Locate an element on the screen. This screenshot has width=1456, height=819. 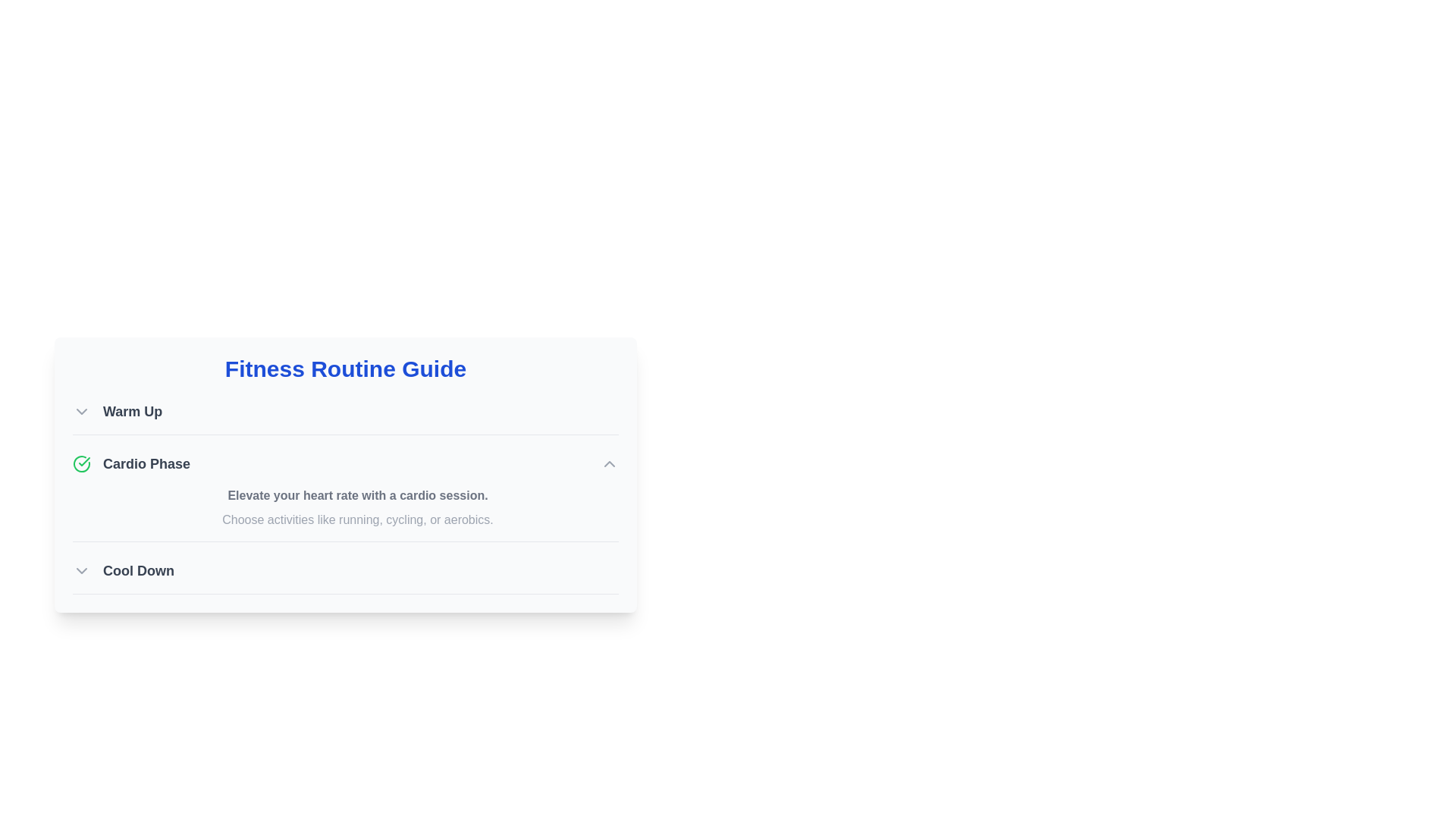
the informational text block that provides guidance related to the 'Cardio Phase' section, located below the title 'Cardio Phase' is located at coordinates (356, 508).